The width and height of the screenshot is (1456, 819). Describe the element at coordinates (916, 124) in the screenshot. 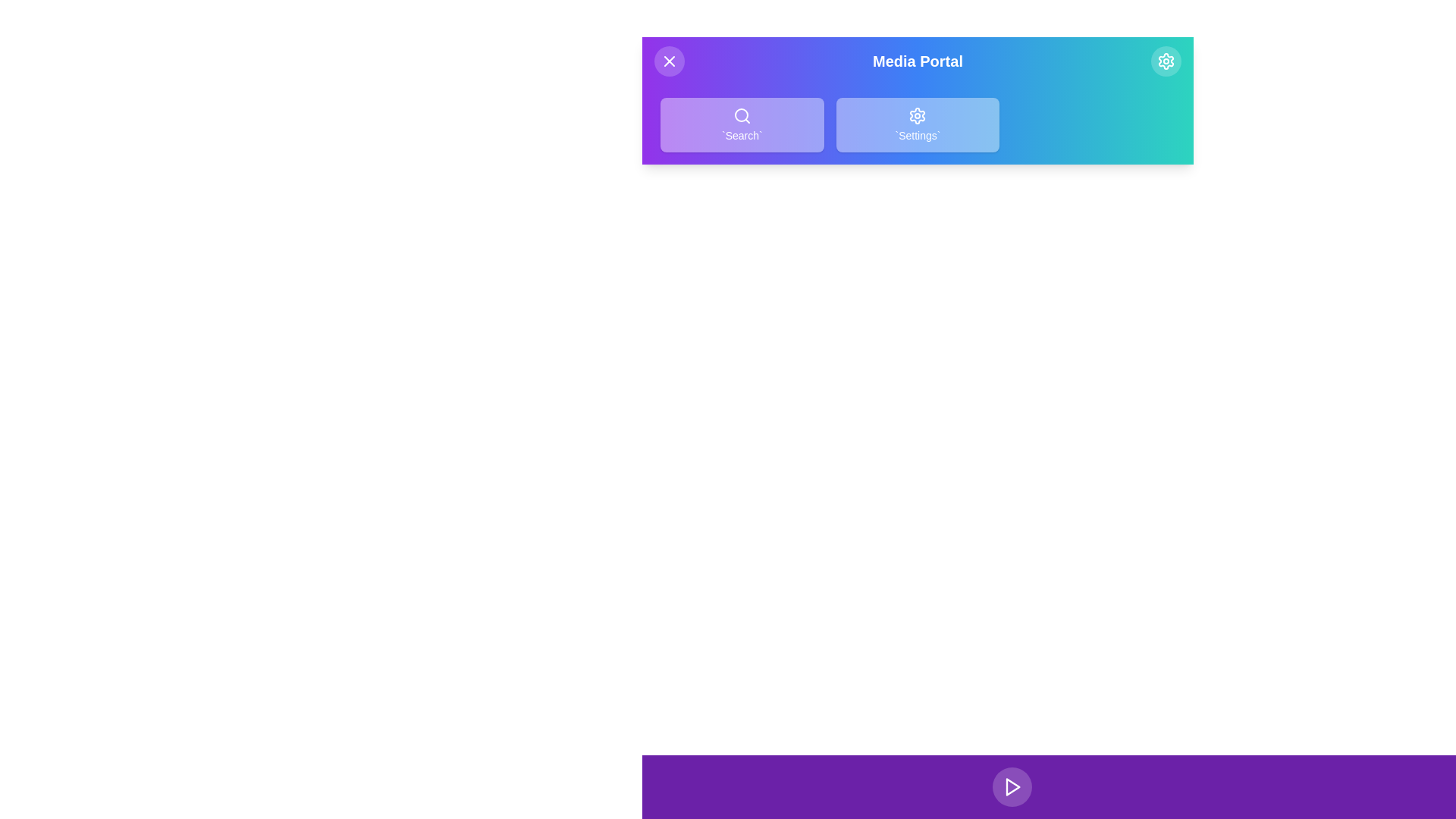

I see `the 'Settings' button to navigate to the 'Settings' section` at that location.